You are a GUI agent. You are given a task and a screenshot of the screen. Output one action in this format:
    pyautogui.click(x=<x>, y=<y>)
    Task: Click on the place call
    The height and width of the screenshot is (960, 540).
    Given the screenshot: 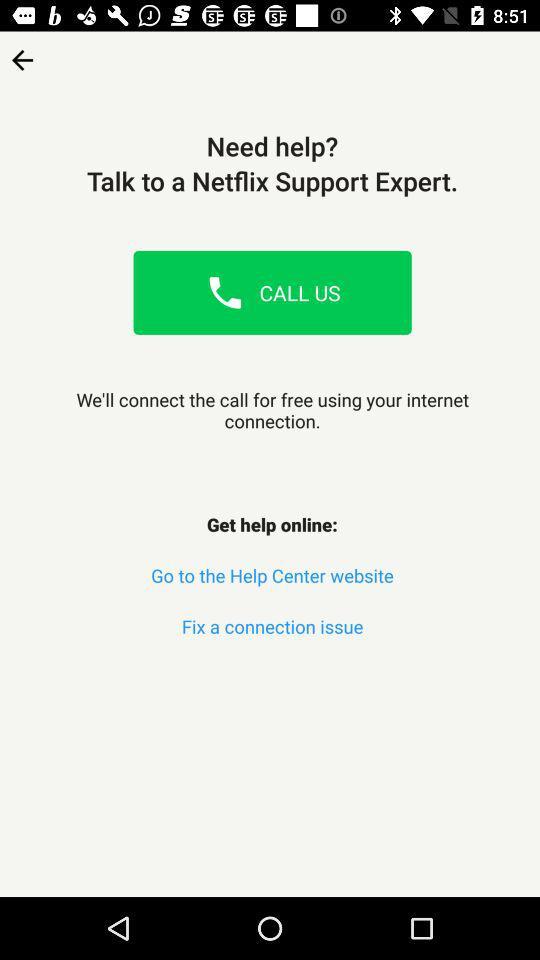 What is the action you would take?
    pyautogui.click(x=224, y=291)
    